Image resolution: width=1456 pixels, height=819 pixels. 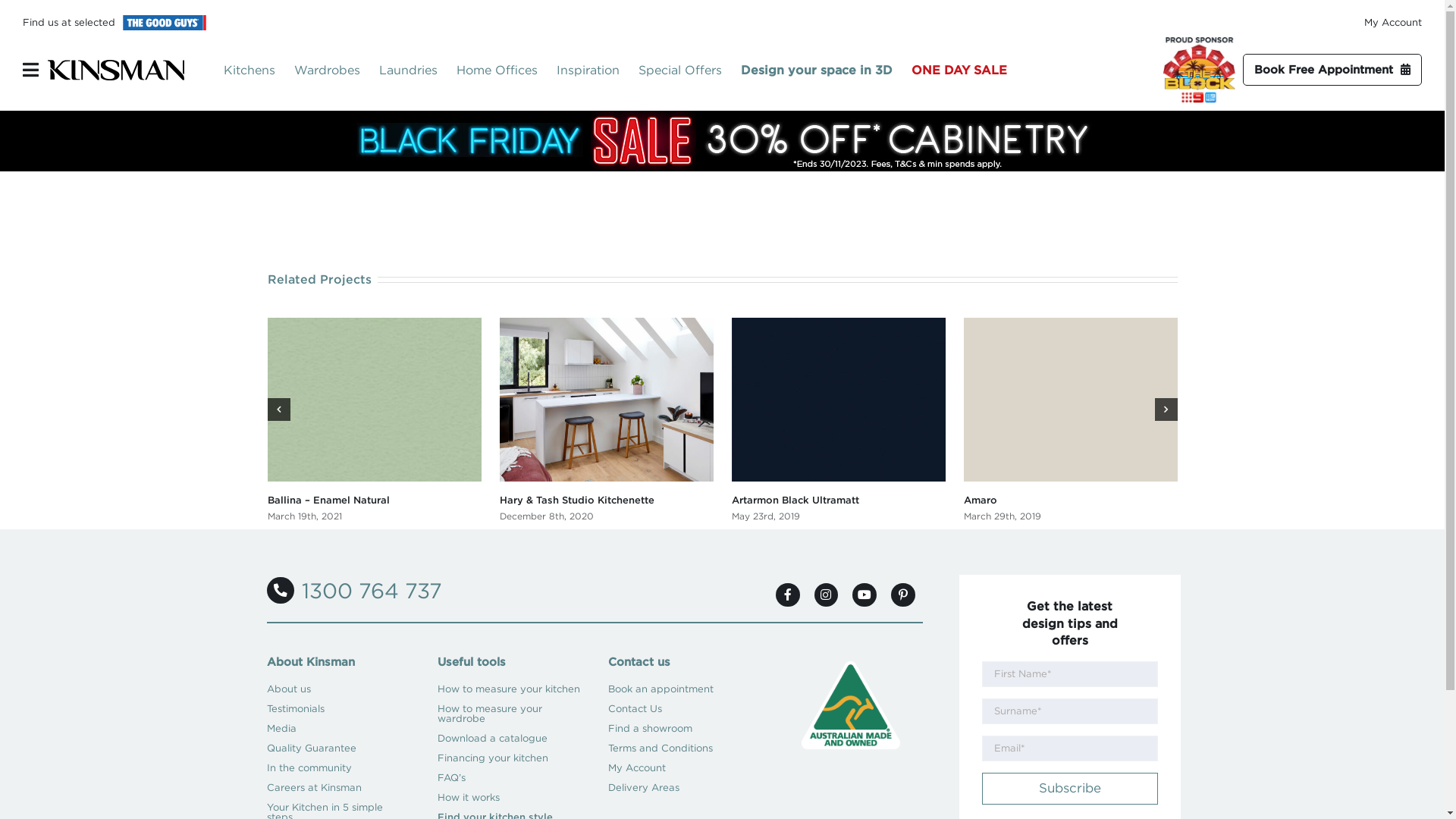 I want to click on 'Wardrobes', so click(x=336, y=70).